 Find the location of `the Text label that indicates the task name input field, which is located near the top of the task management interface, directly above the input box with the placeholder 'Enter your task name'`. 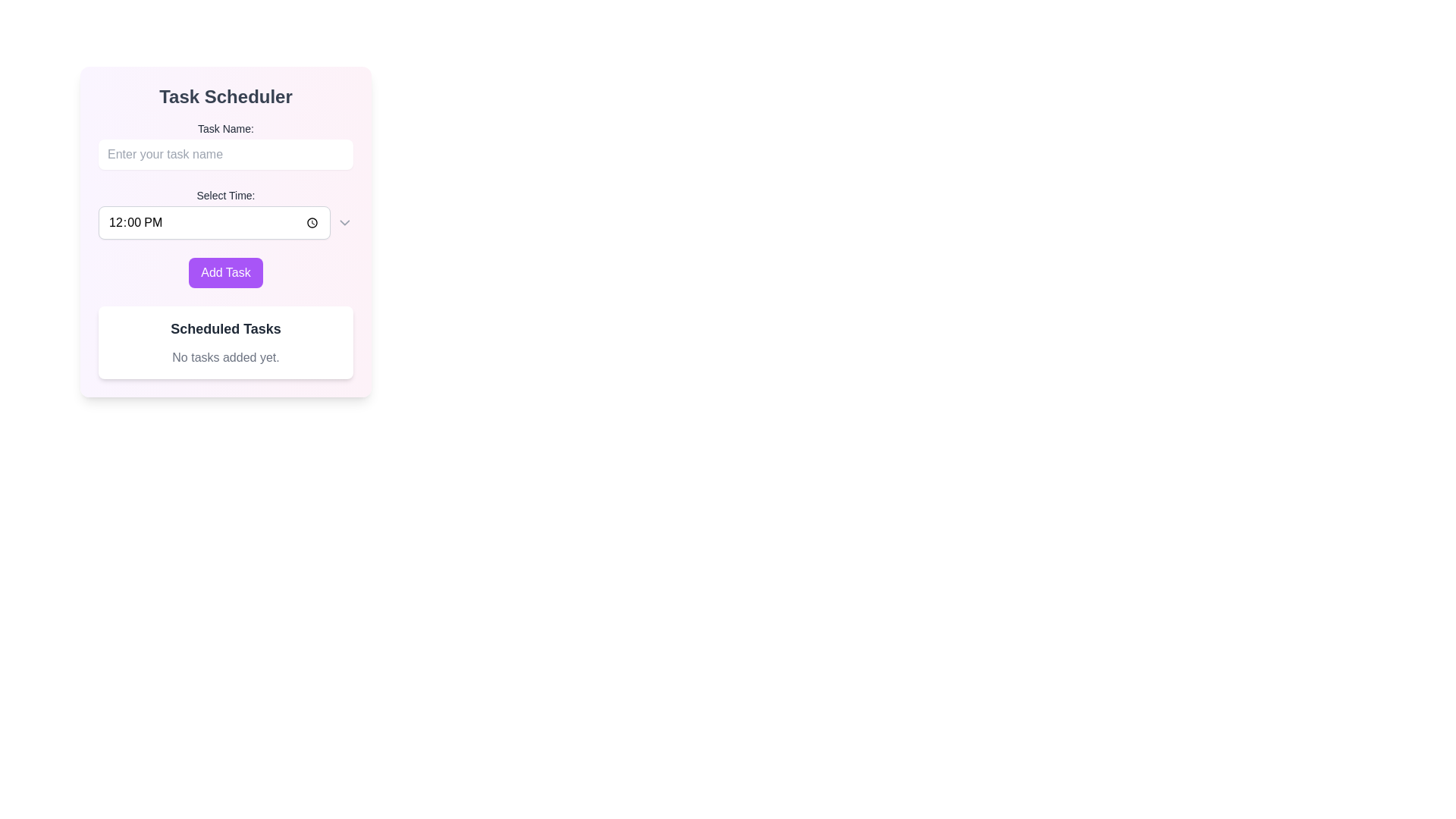

the Text label that indicates the task name input field, which is located near the top of the task management interface, directly above the input box with the placeholder 'Enter your task name' is located at coordinates (224, 127).